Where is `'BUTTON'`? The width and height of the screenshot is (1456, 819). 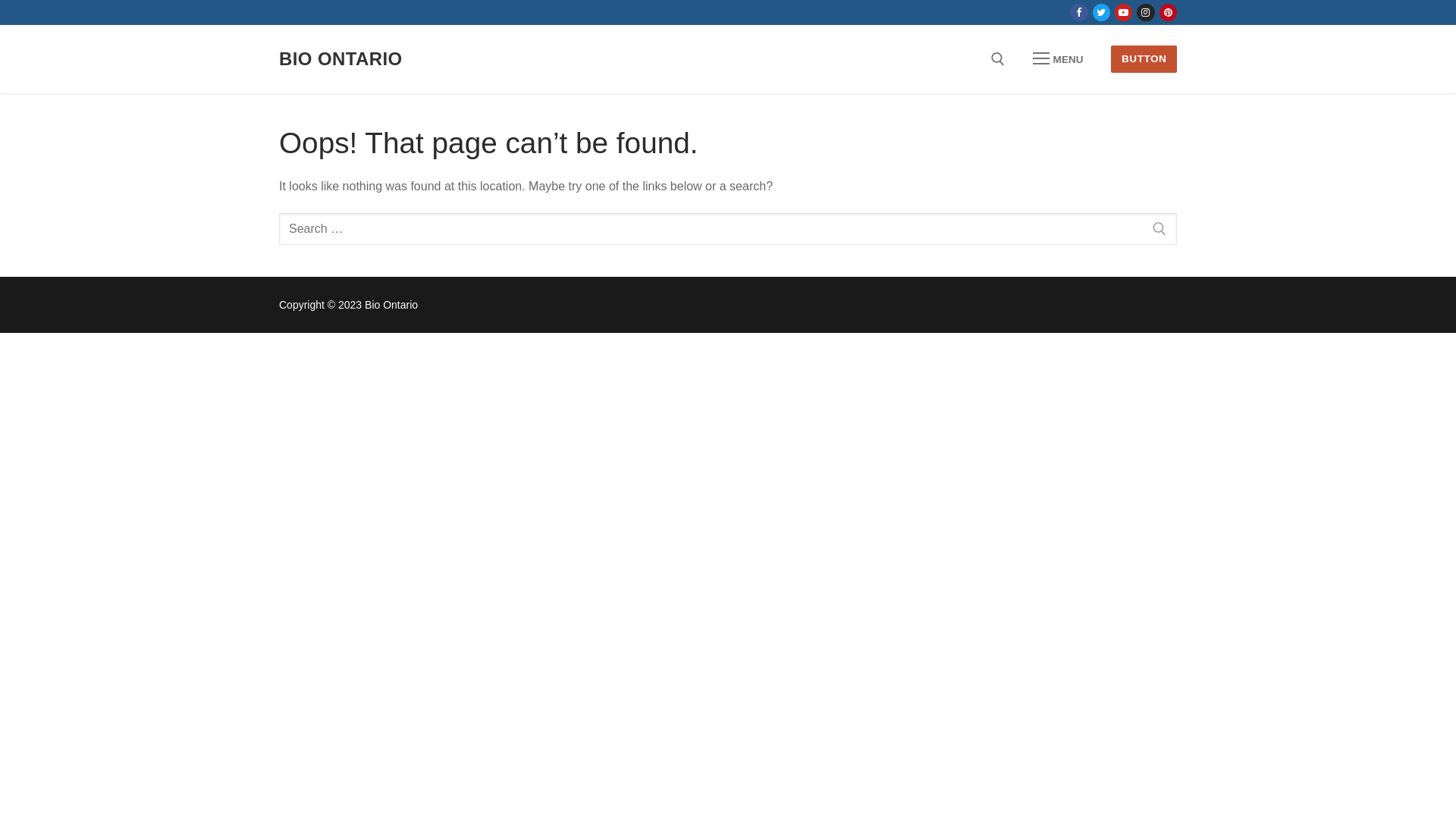 'BUTTON' is located at coordinates (1144, 58).